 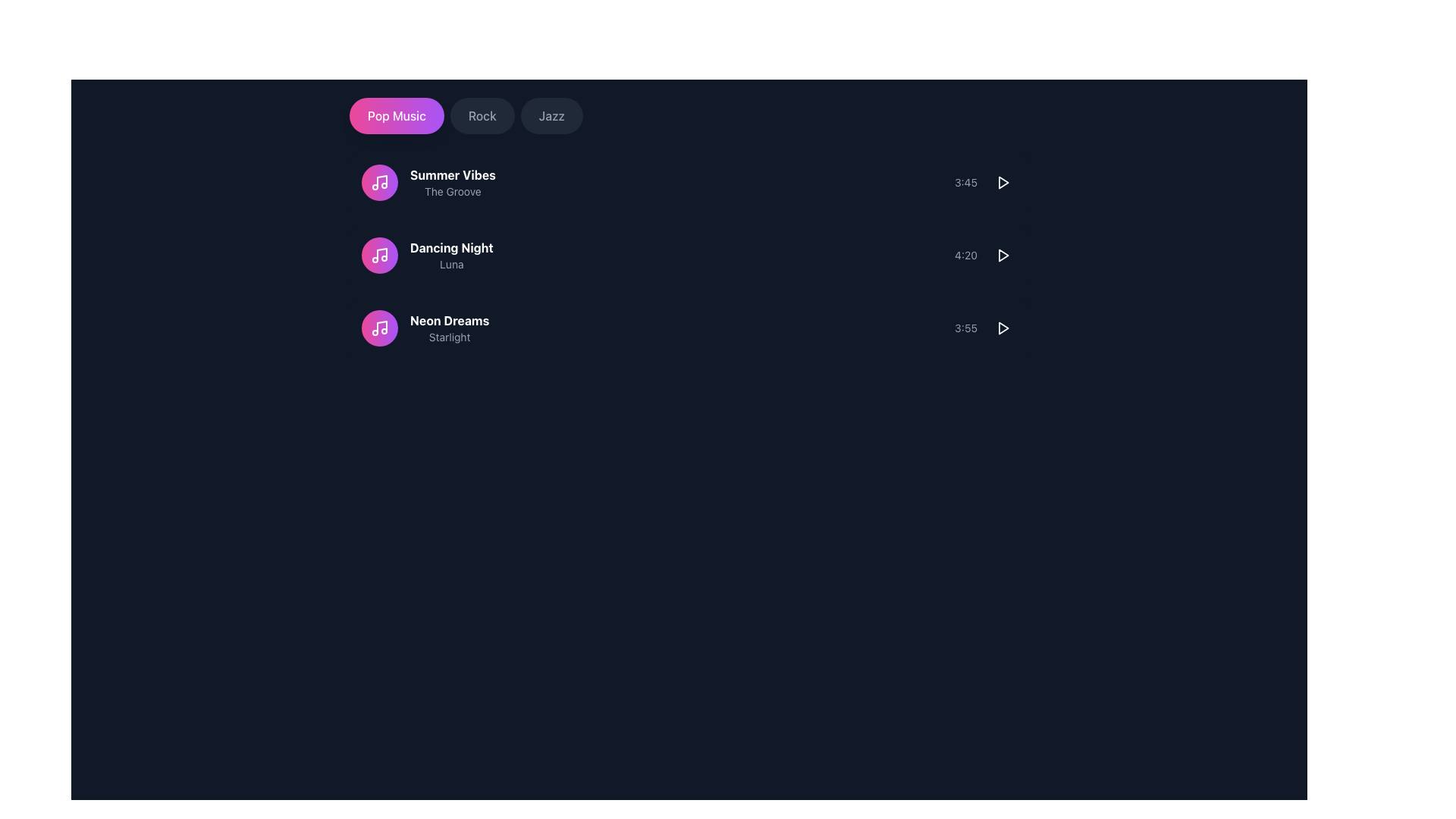 I want to click on the text label displaying the title 'Neon Dreams' and subtitle 'Starlight', so click(x=449, y=327).